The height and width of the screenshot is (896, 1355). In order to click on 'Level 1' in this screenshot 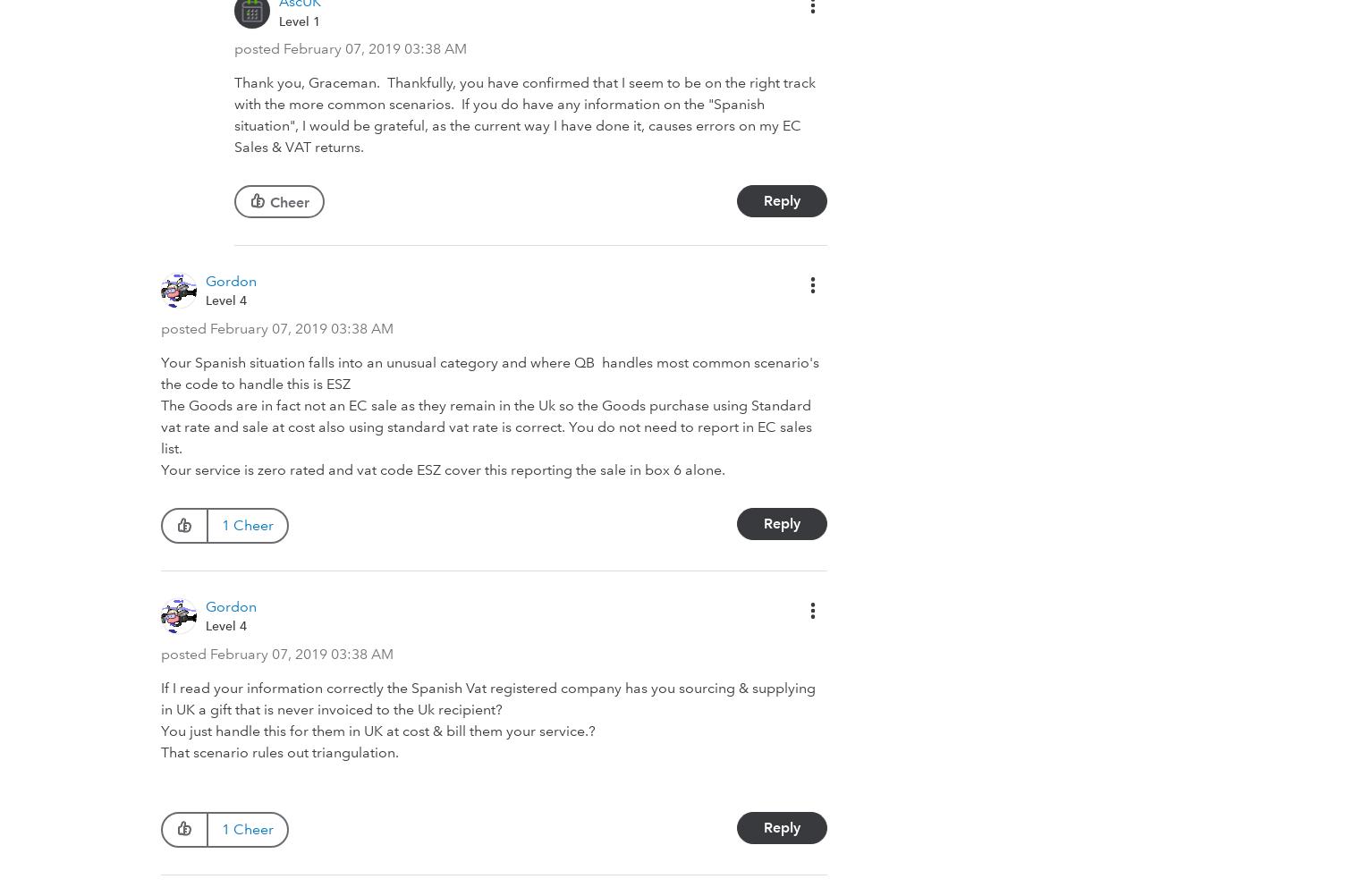, I will do `click(299, 21)`.